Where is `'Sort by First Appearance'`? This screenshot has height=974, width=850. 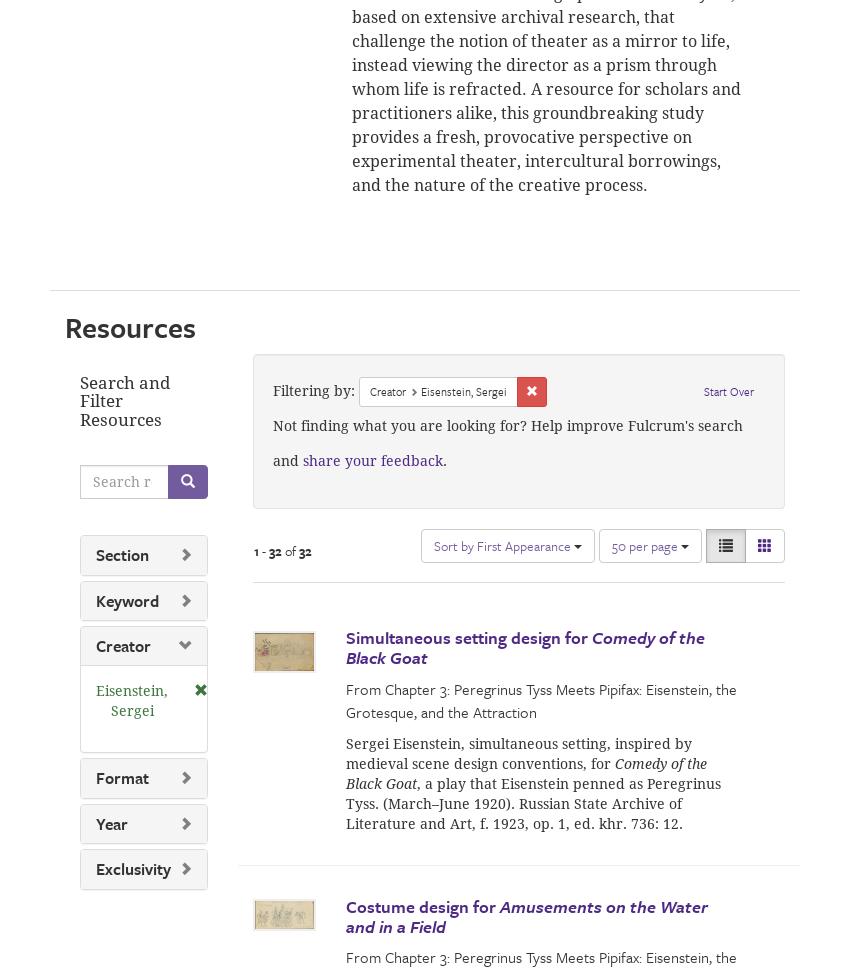
'Sort by First Appearance' is located at coordinates (503, 544).